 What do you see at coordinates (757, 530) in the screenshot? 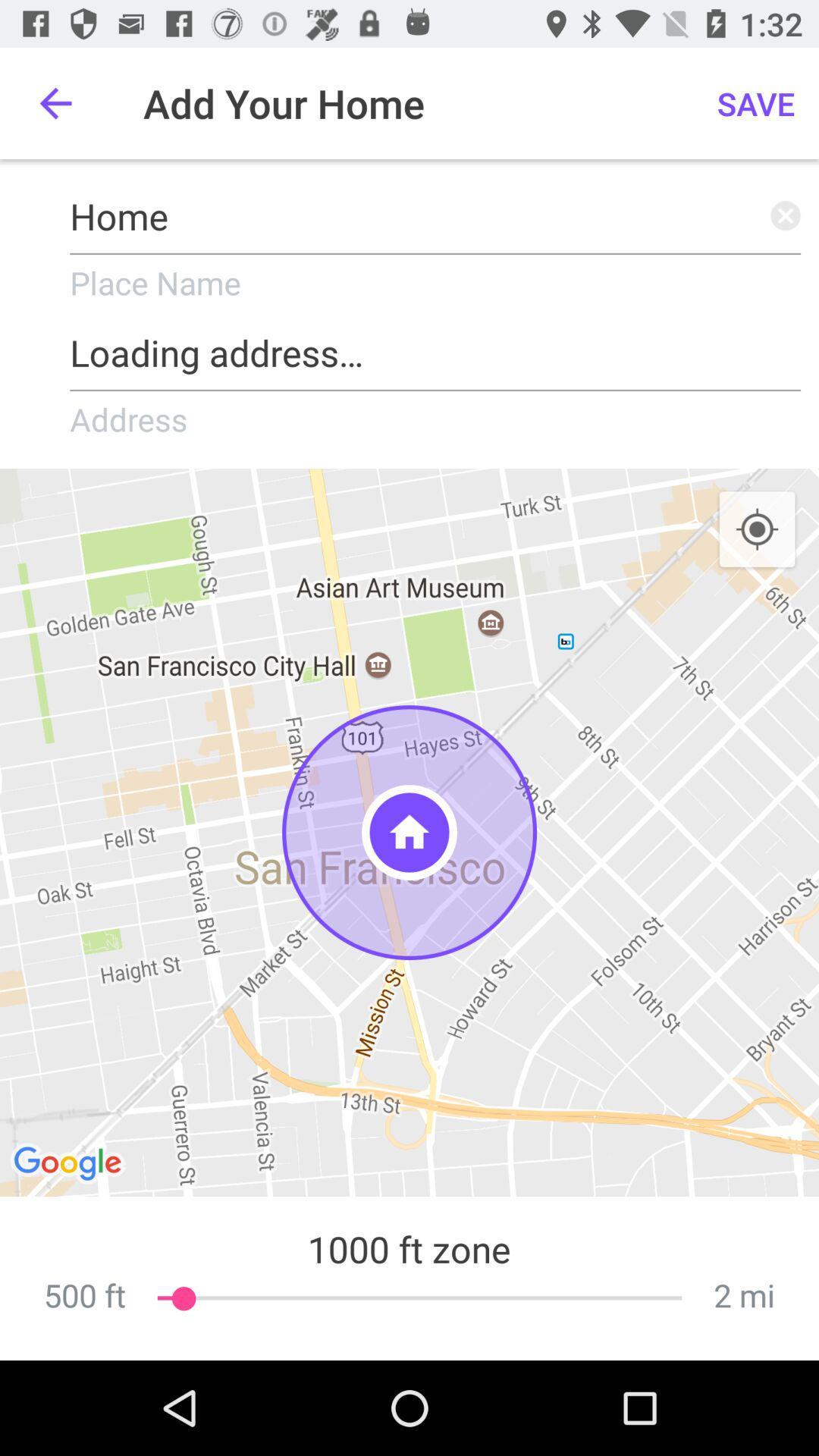
I see `the location_crosshair icon` at bounding box center [757, 530].